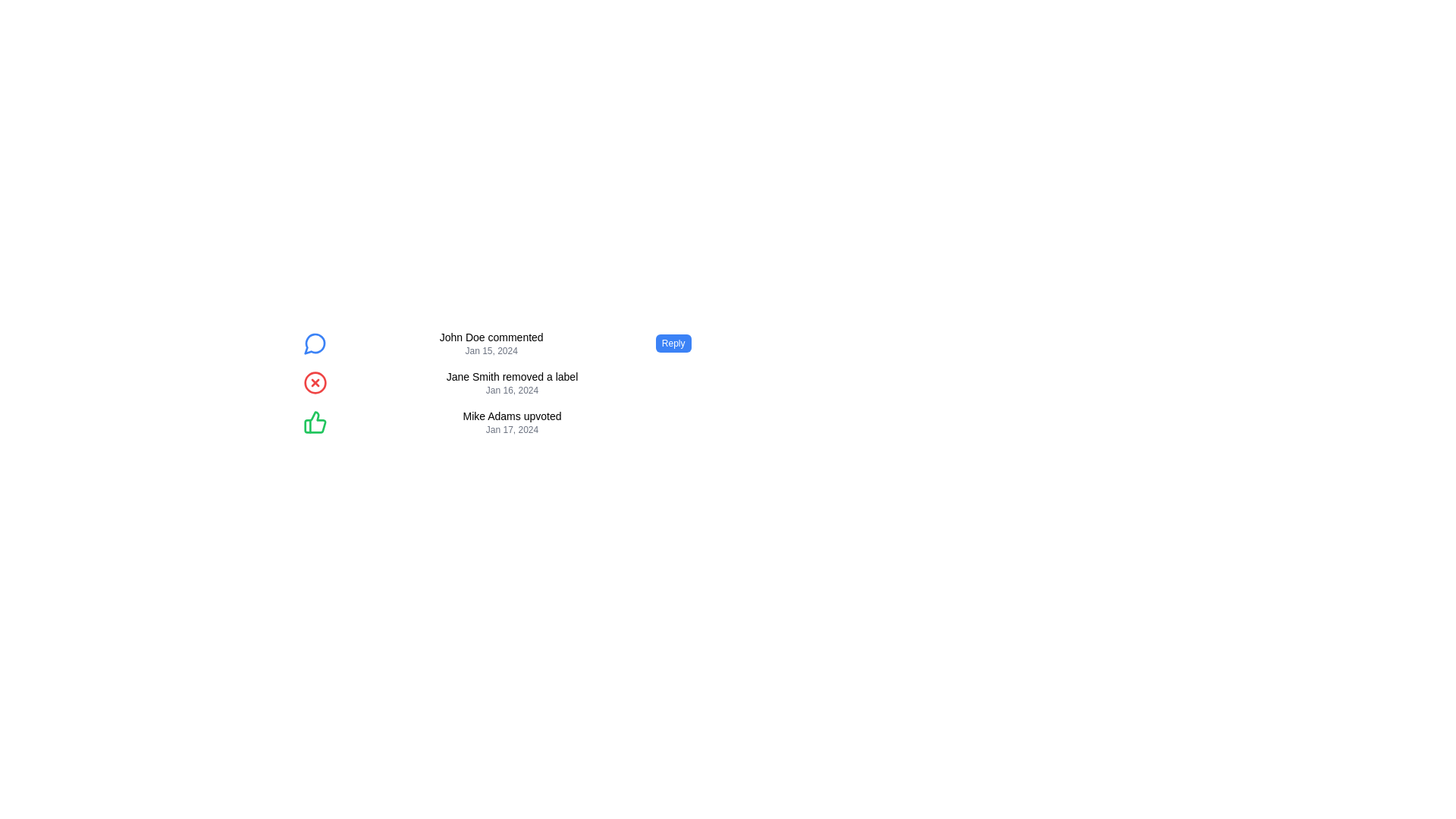 This screenshot has width=1456, height=819. What do you see at coordinates (497, 382) in the screenshot?
I see `the Text component with a circular icon and the text 'Jane Smith removed a label', which is the second item in the list` at bounding box center [497, 382].